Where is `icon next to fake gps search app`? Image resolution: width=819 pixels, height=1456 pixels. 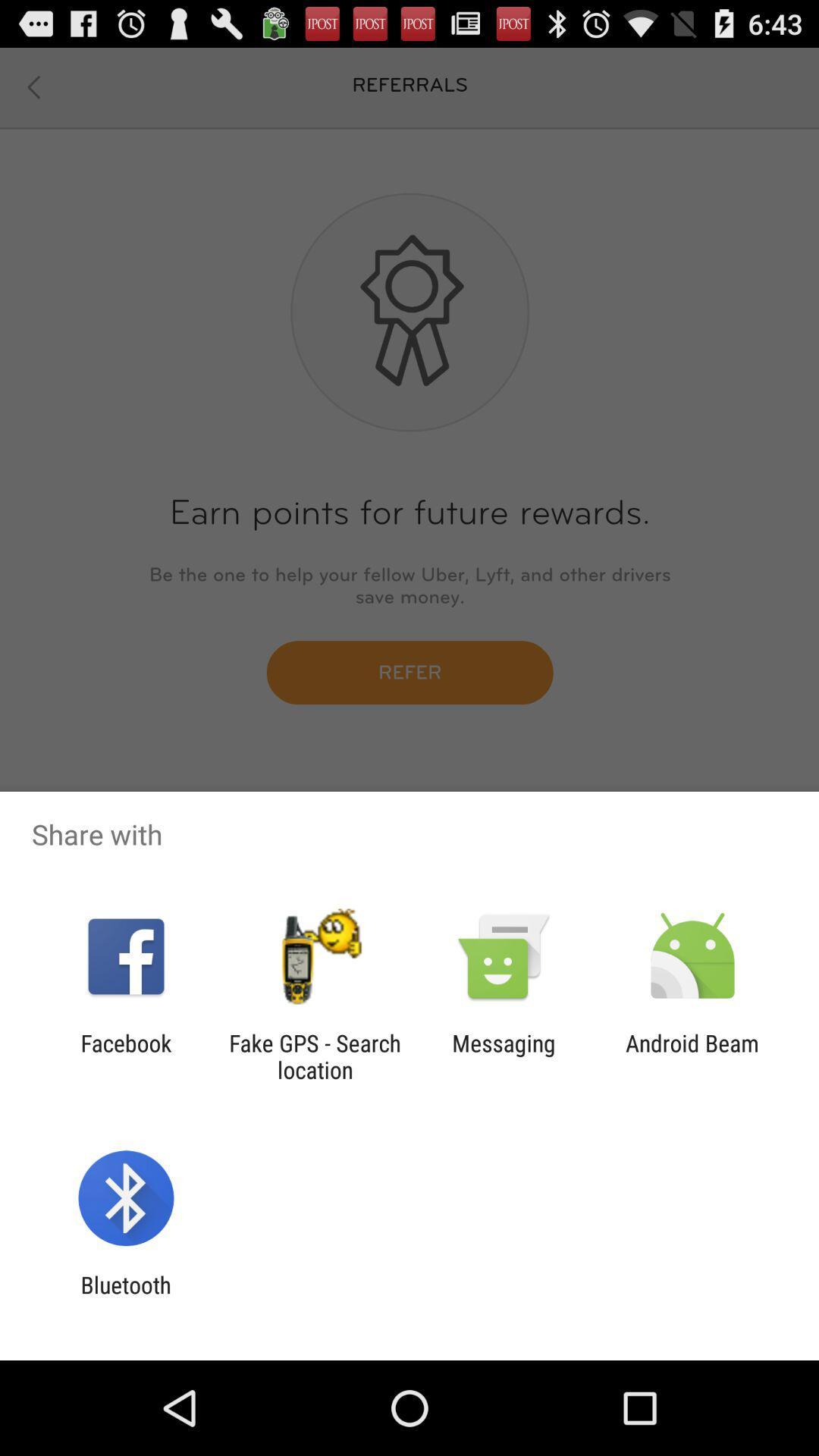
icon next to fake gps search app is located at coordinates (504, 1056).